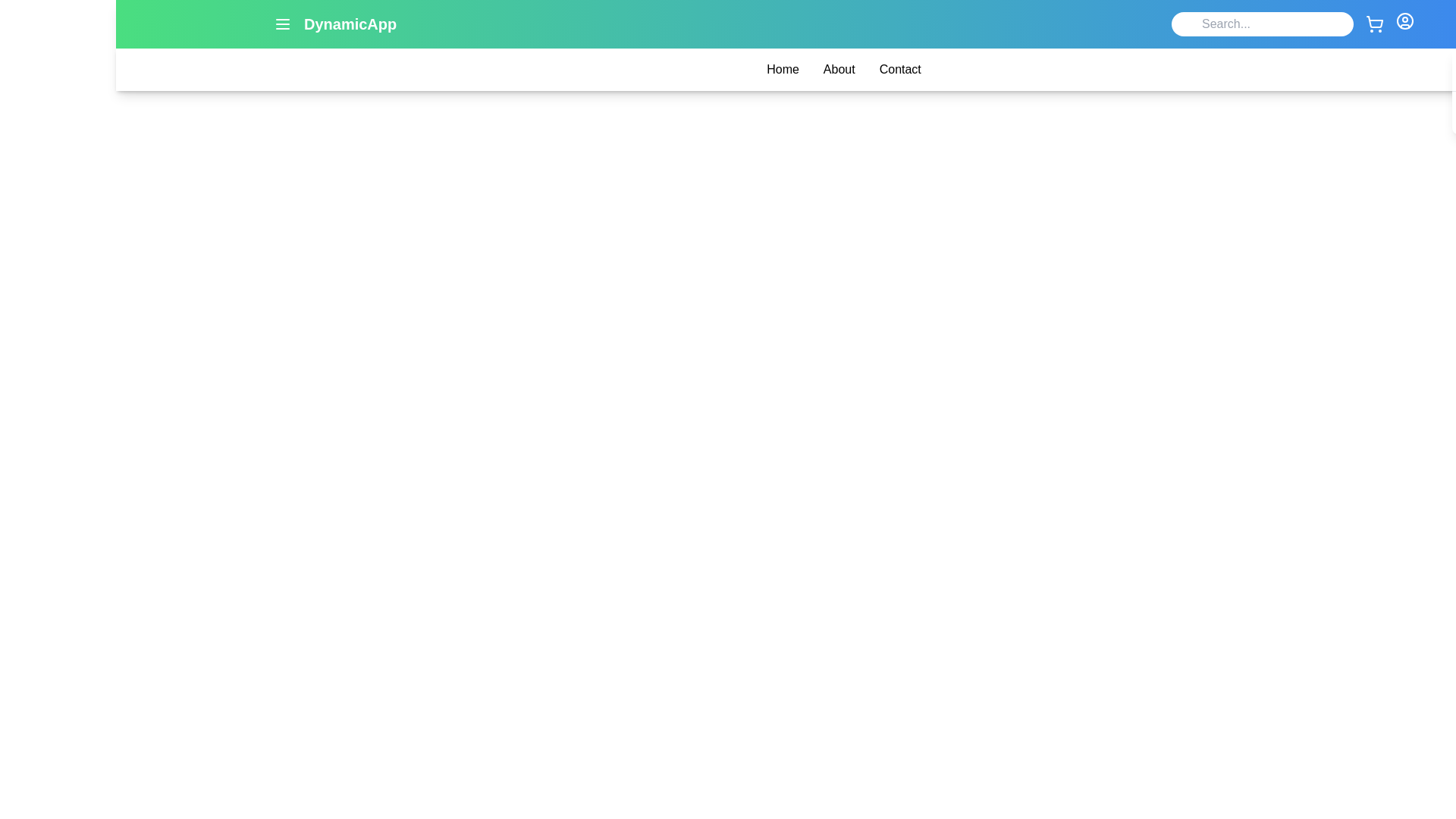  I want to click on the menu icon to toggle the menu visibility, so click(283, 24).